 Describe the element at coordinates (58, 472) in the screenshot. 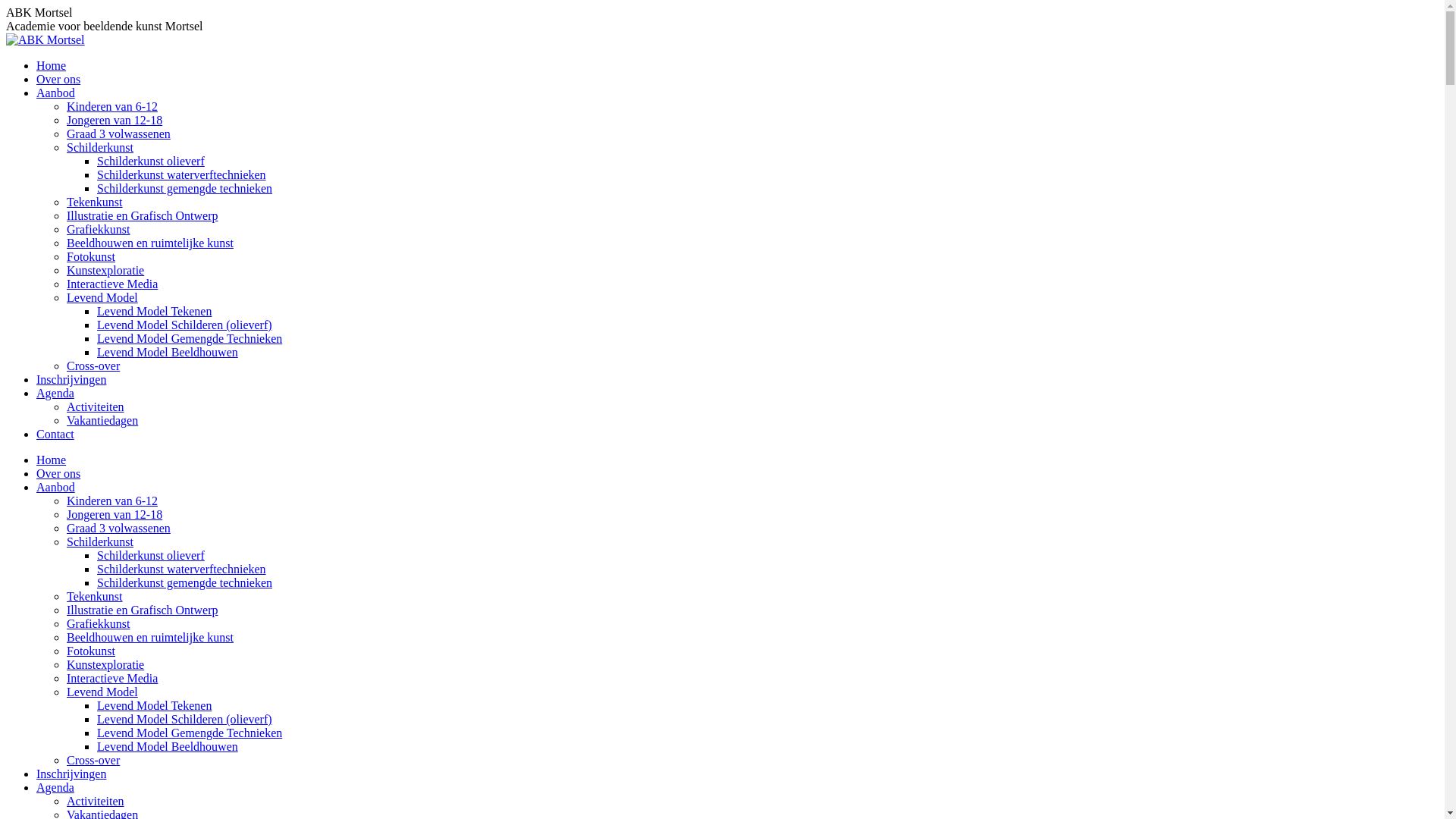

I see `'Over ons'` at that location.